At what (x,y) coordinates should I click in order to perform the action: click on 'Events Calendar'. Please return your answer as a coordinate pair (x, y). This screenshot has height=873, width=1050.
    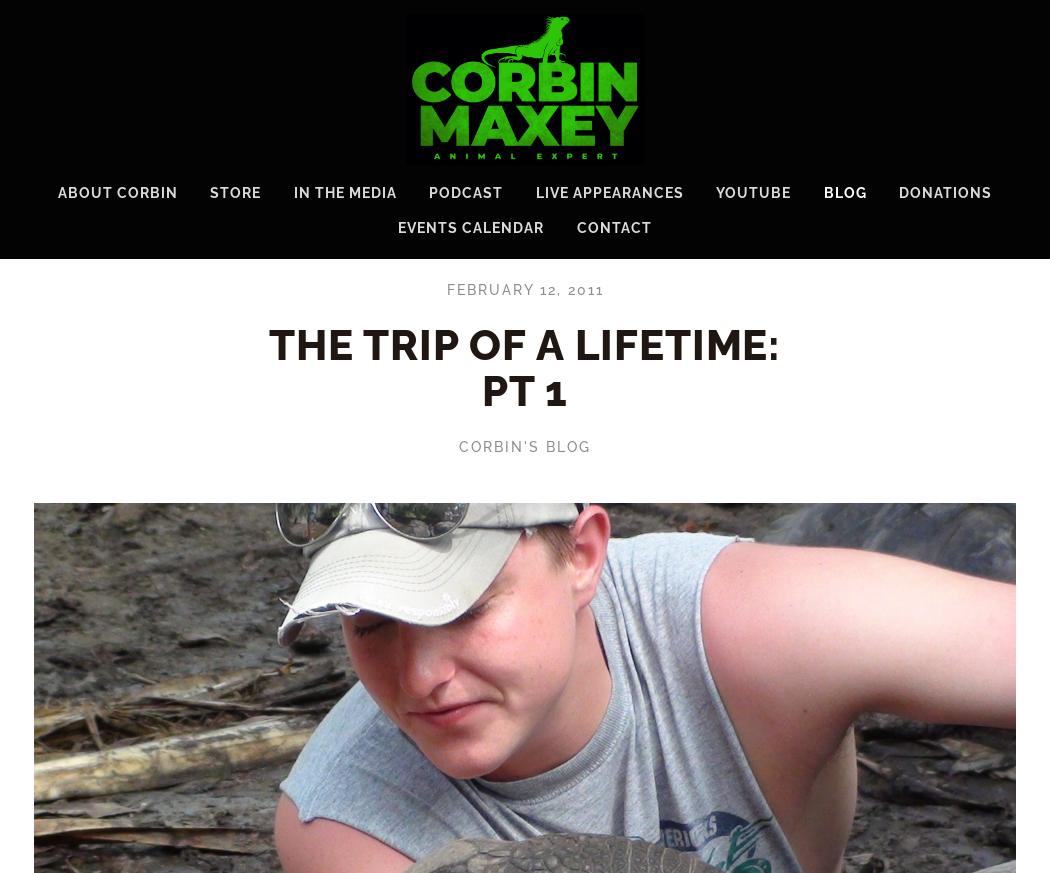
    Looking at the image, I should click on (471, 225).